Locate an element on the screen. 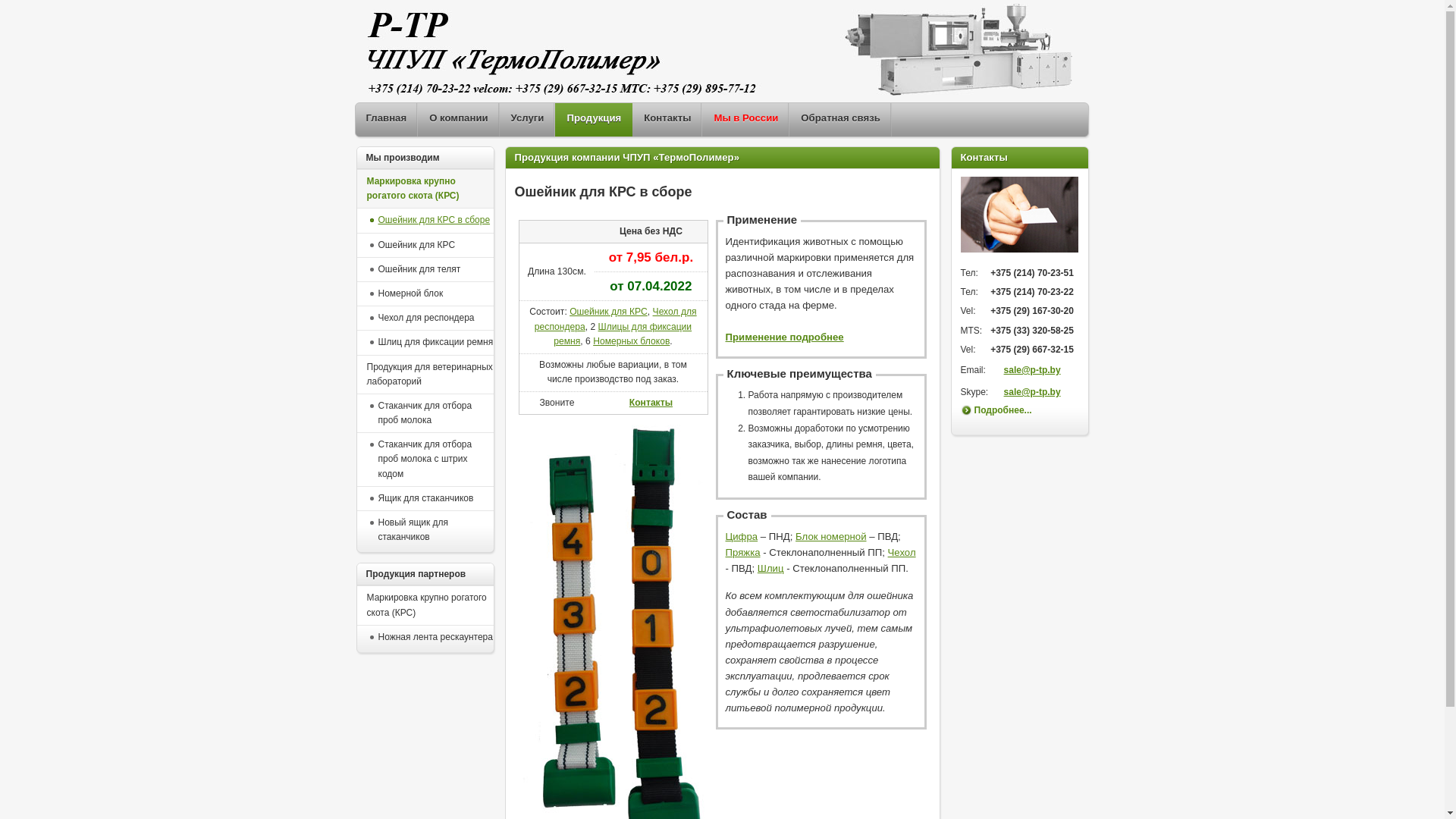 The width and height of the screenshot is (1456, 819). 'sale@p-tp.by' is located at coordinates (1004, 370).